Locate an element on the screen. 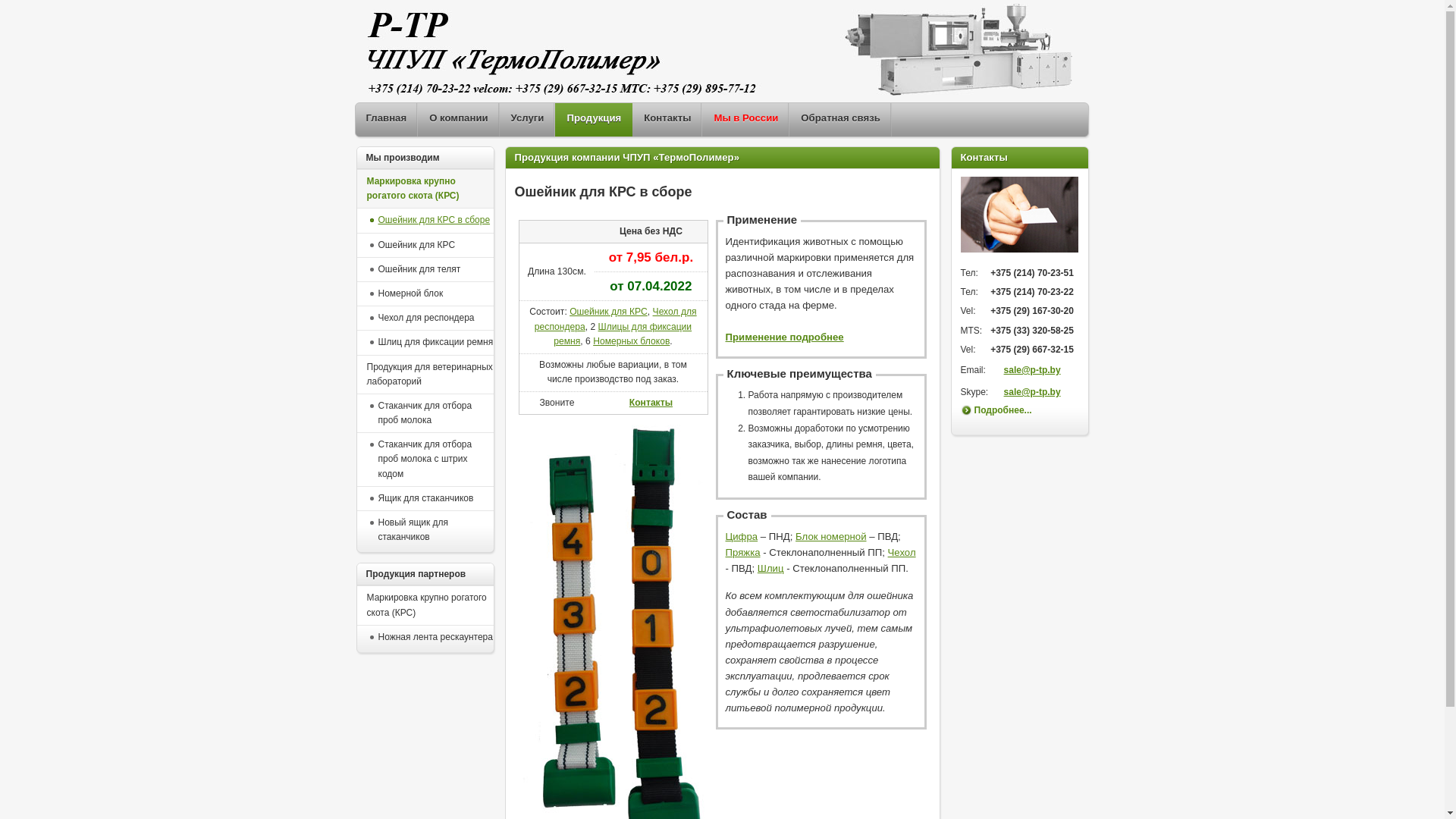 The width and height of the screenshot is (1456, 819). 'sale@p-tp.by' is located at coordinates (1004, 370).